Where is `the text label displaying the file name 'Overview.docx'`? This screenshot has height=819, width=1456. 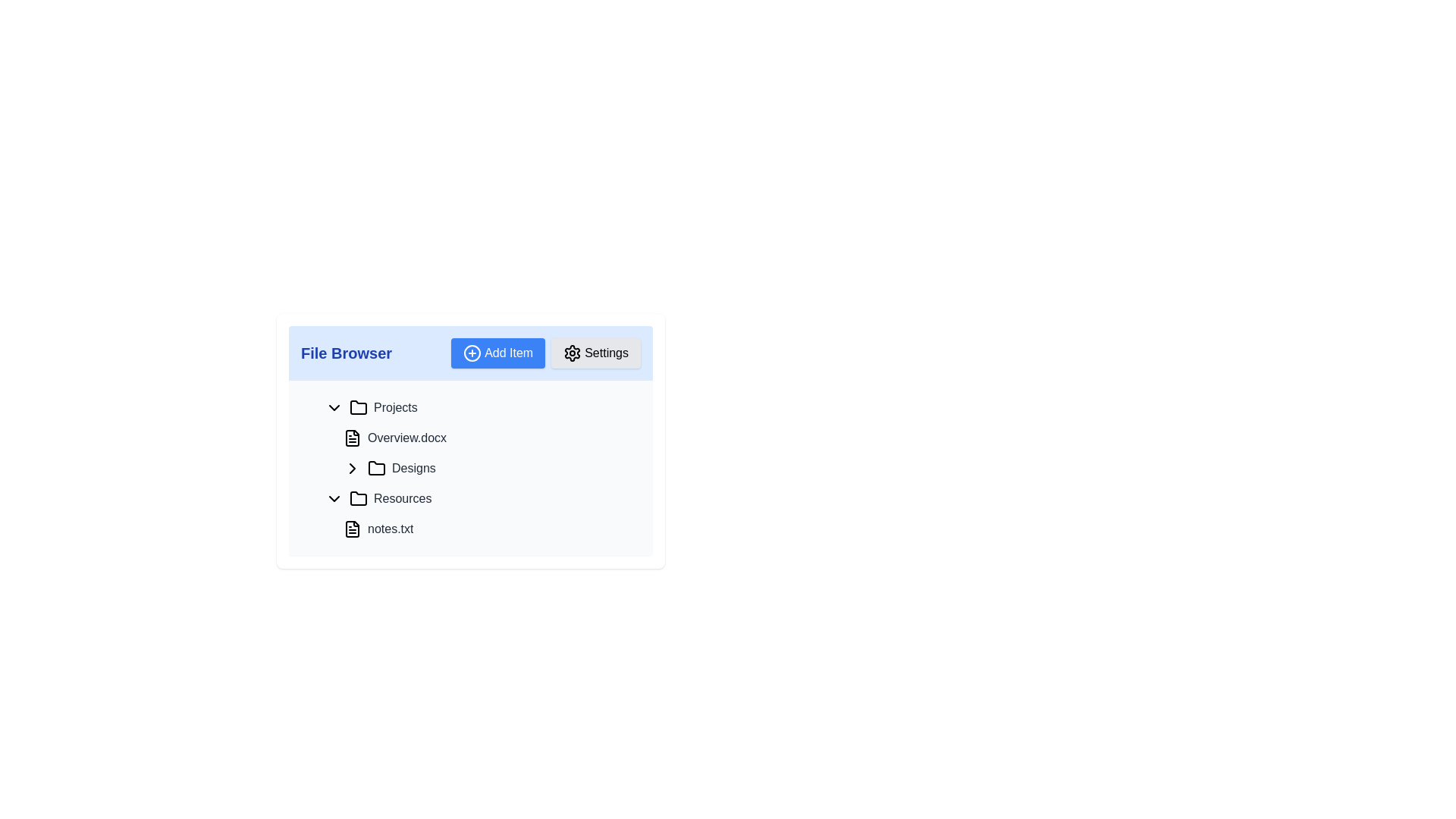 the text label displaying the file name 'Overview.docx' is located at coordinates (407, 438).